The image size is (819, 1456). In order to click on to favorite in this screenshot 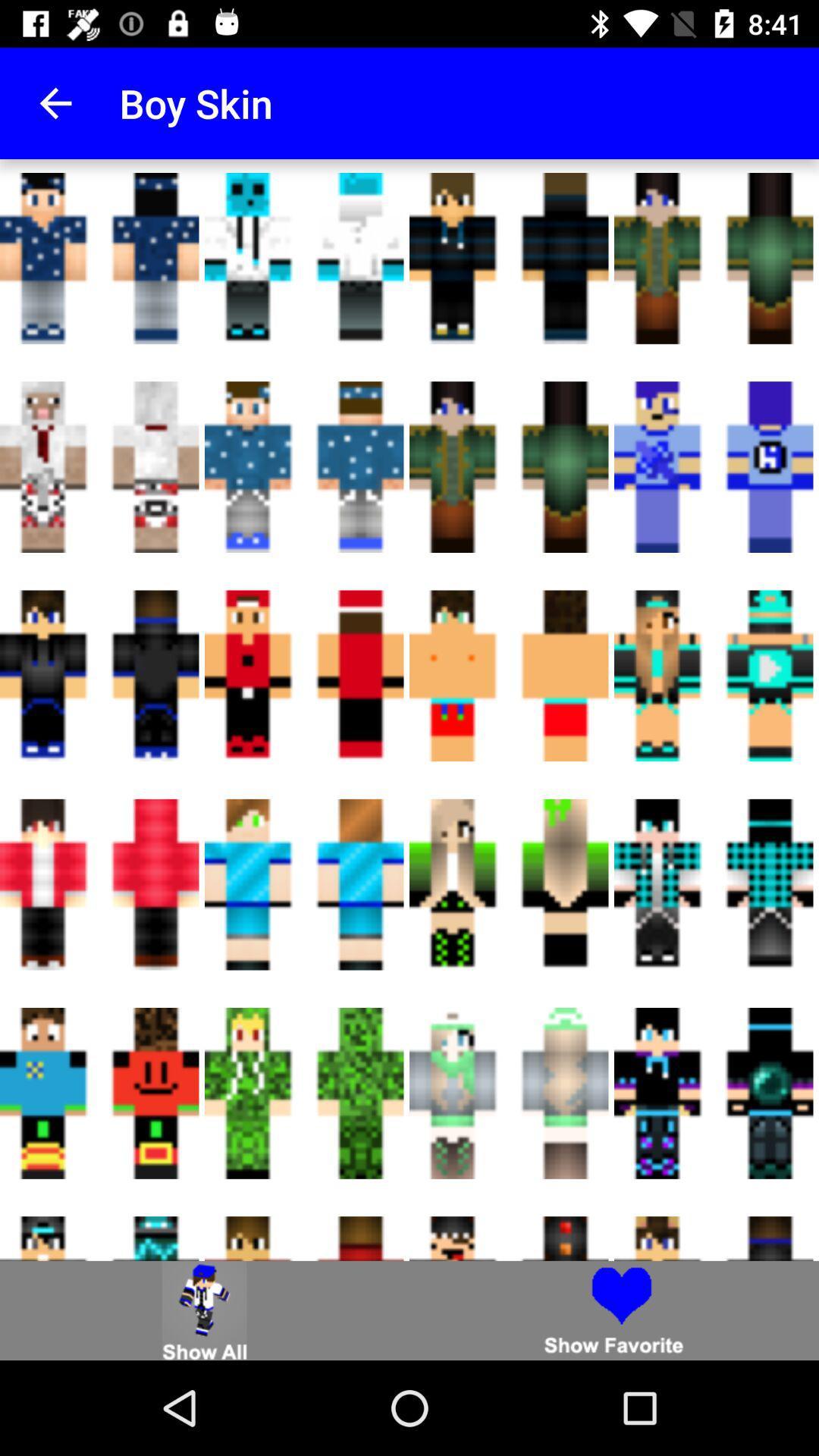, I will do `click(614, 1310)`.